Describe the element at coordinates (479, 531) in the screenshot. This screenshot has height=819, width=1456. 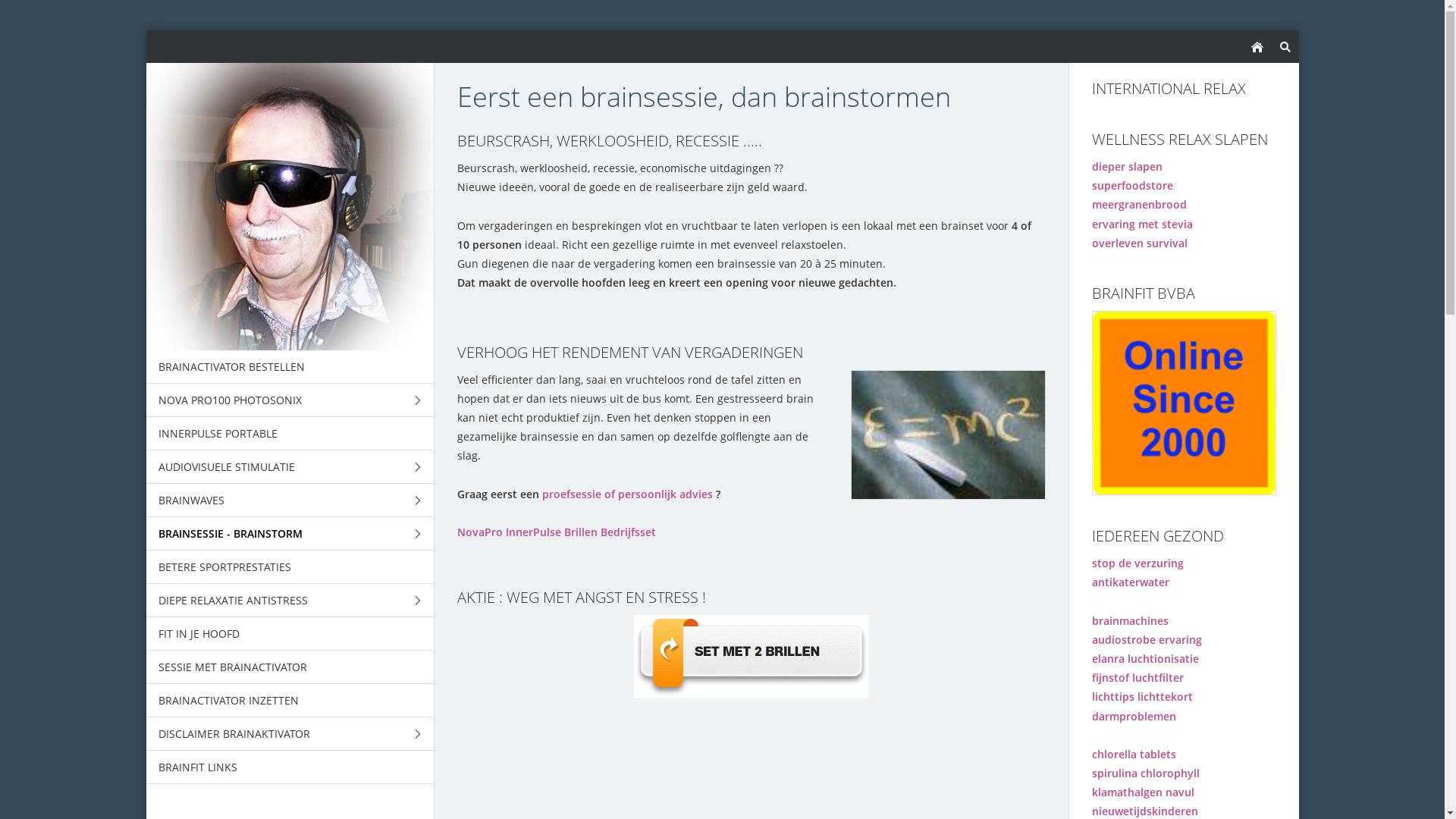
I see `'NovaPro'` at that location.